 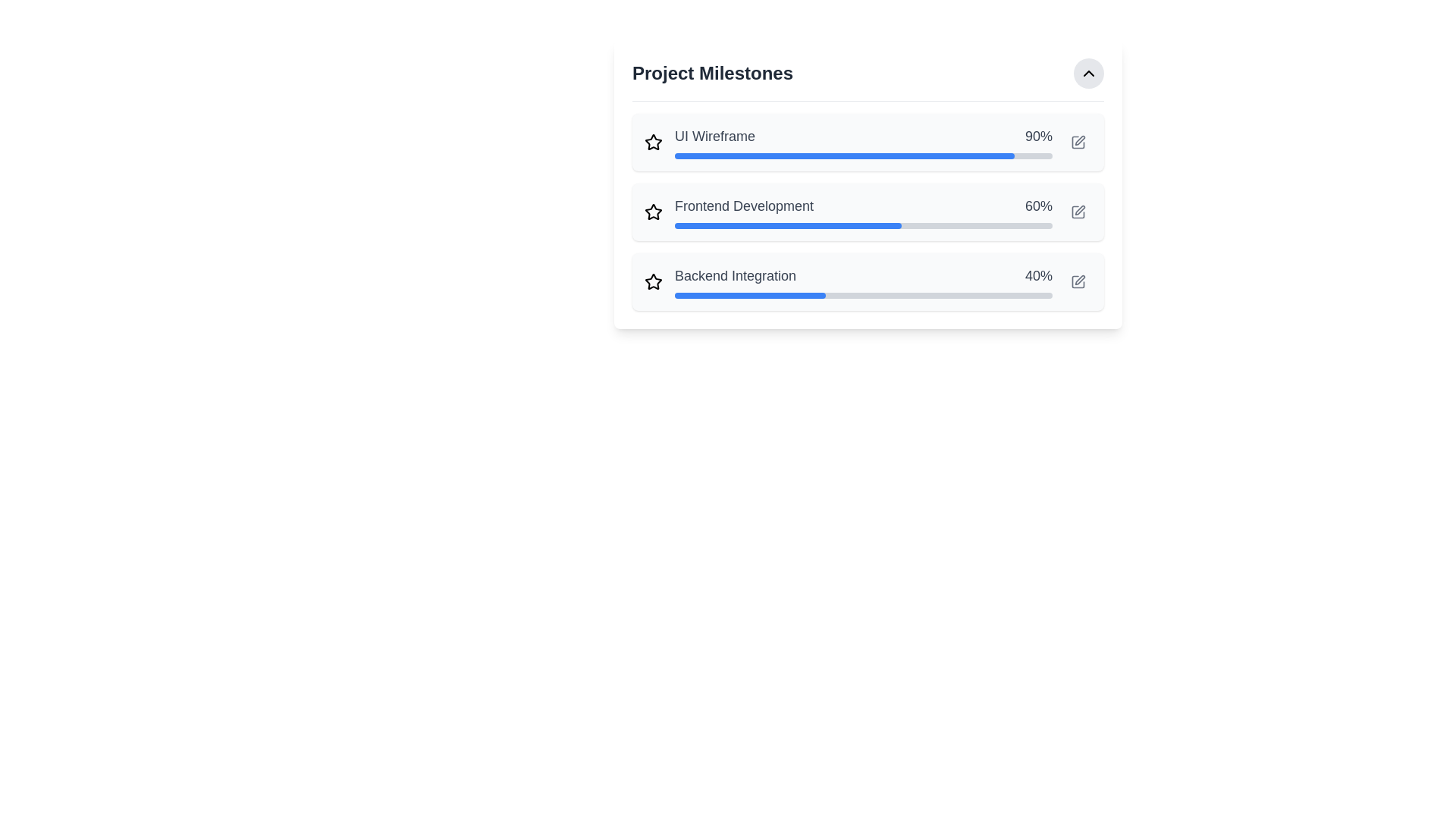 I want to click on the star button, so click(x=654, y=212).